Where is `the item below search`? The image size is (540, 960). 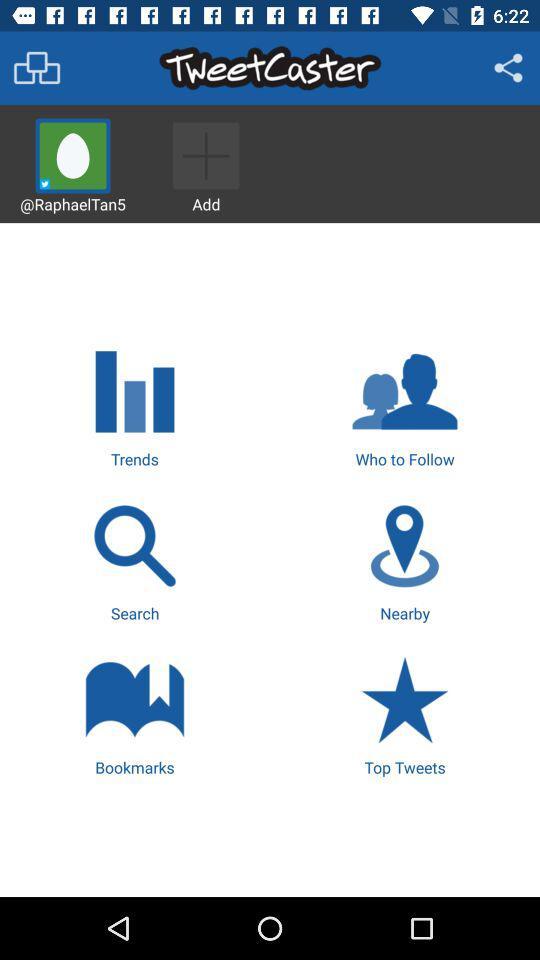 the item below search is located at coordinates (135, 714).